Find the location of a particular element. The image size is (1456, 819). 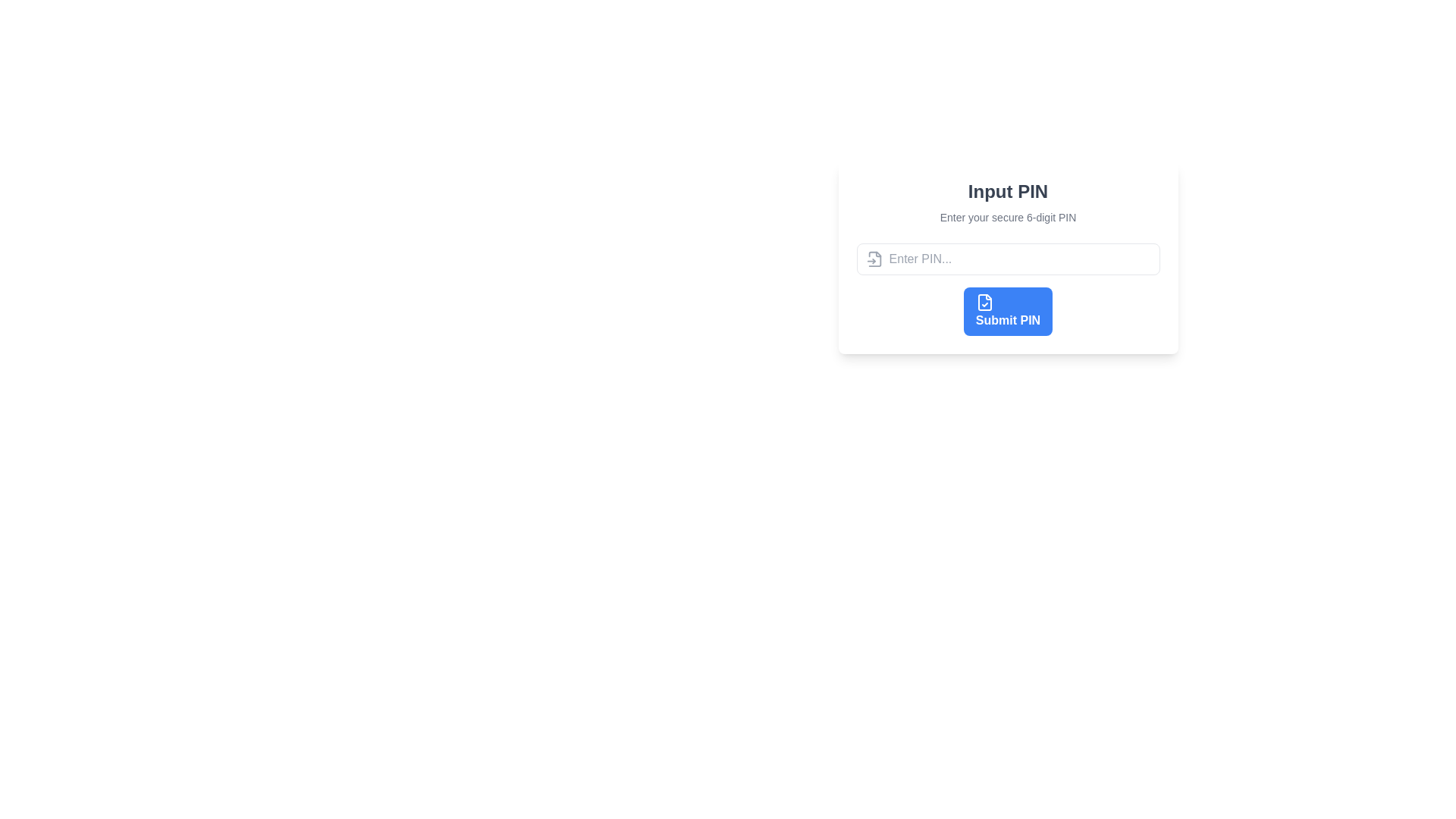

the submit button located below the 'Enter PIN...' input field to interact is located at coordinates (1008, 289).